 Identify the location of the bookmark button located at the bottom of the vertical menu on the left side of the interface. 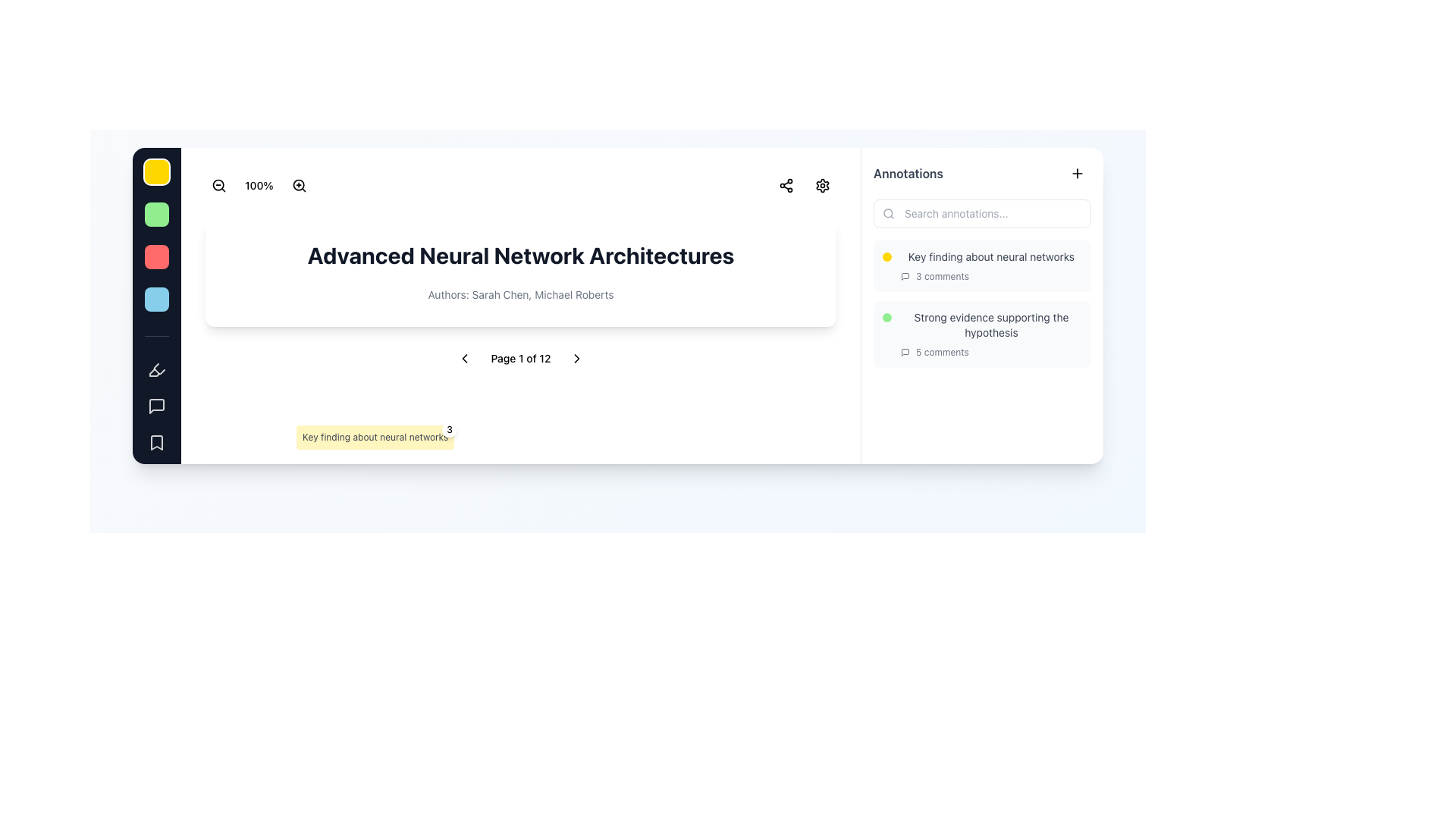
(156, 442).